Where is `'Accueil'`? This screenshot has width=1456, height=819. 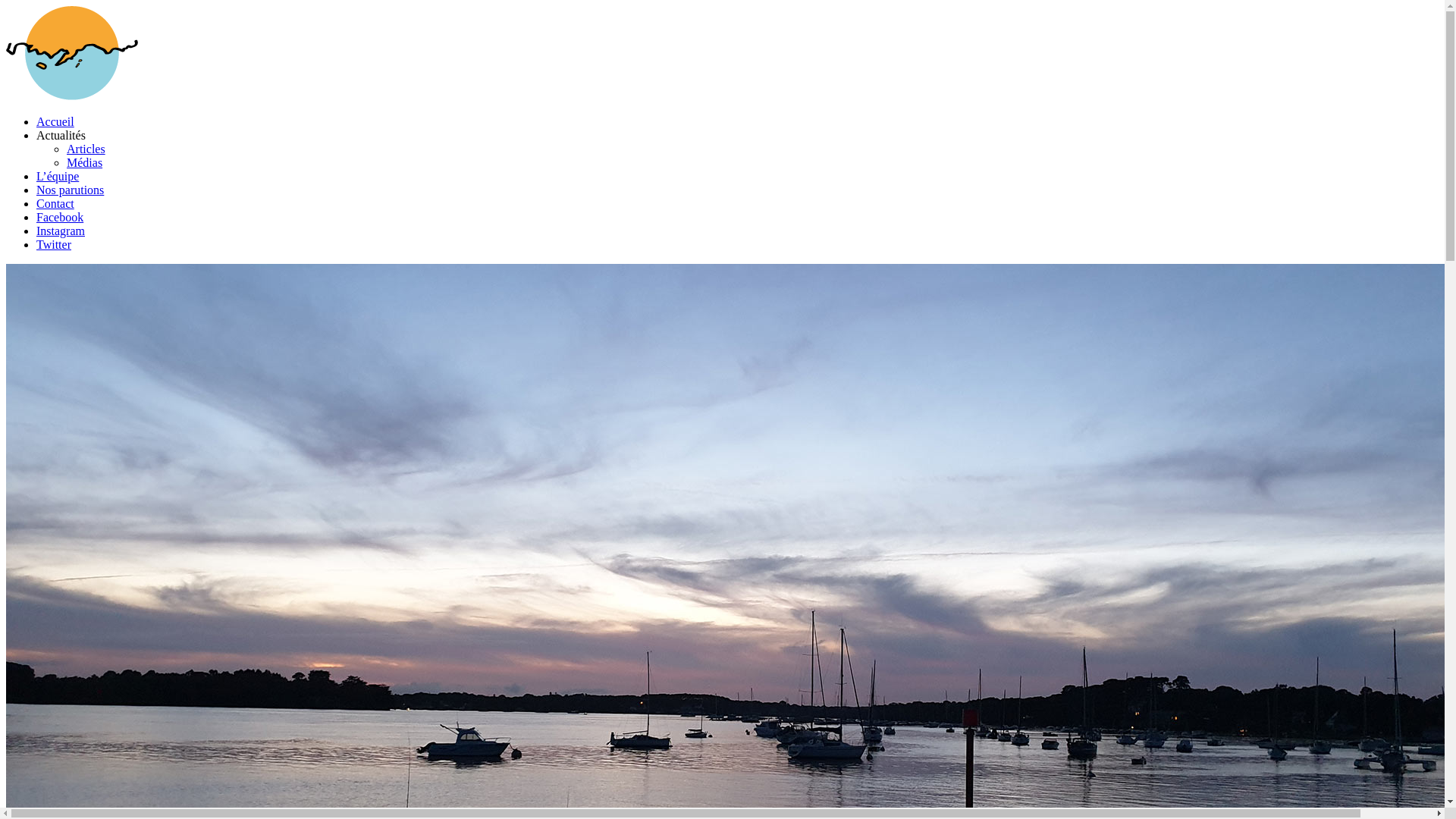
'Accueil' is located at coordinates (55, 121).